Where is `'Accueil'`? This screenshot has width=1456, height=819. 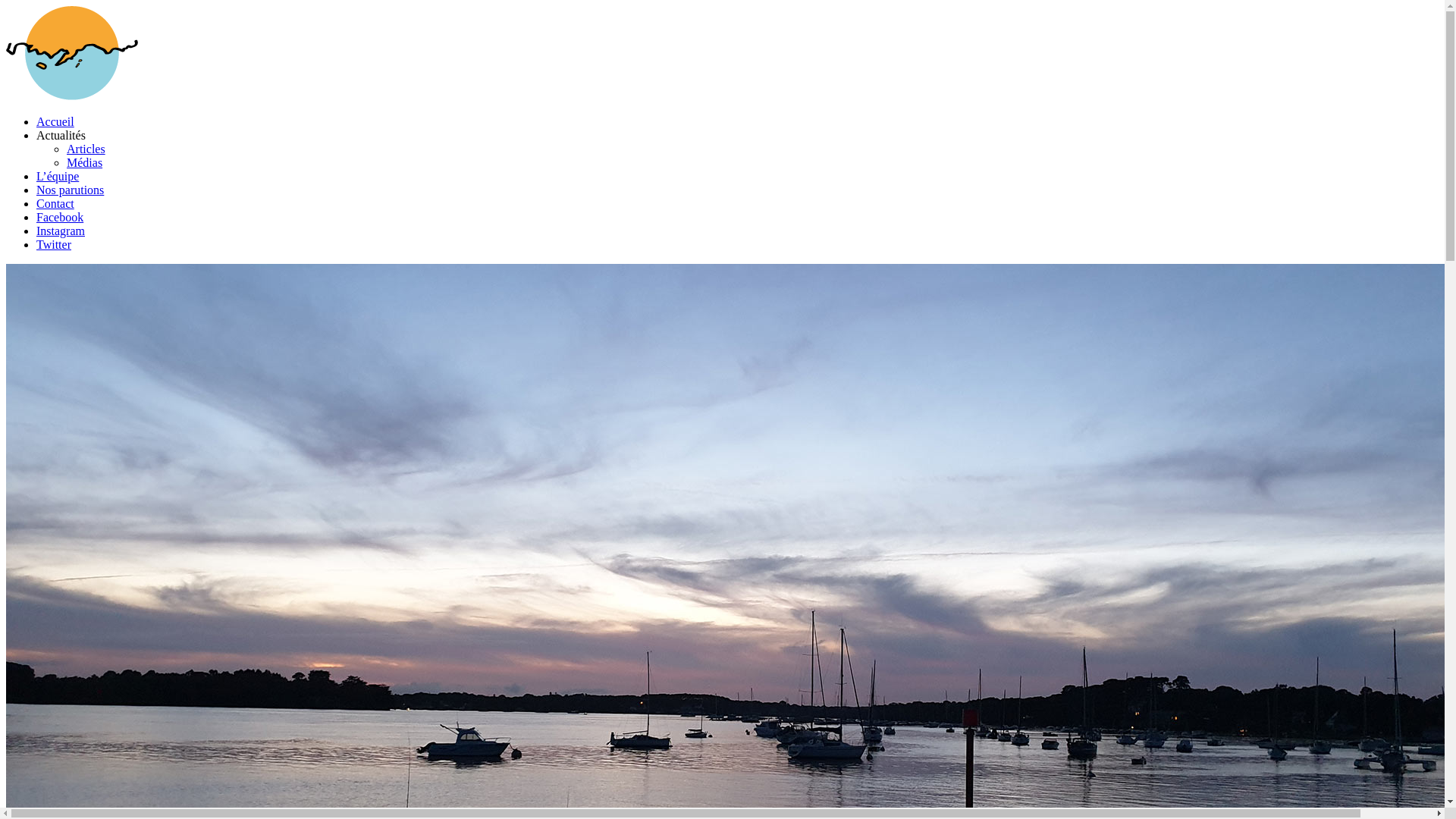
'Accueil' is located at coordinates (55, 121).